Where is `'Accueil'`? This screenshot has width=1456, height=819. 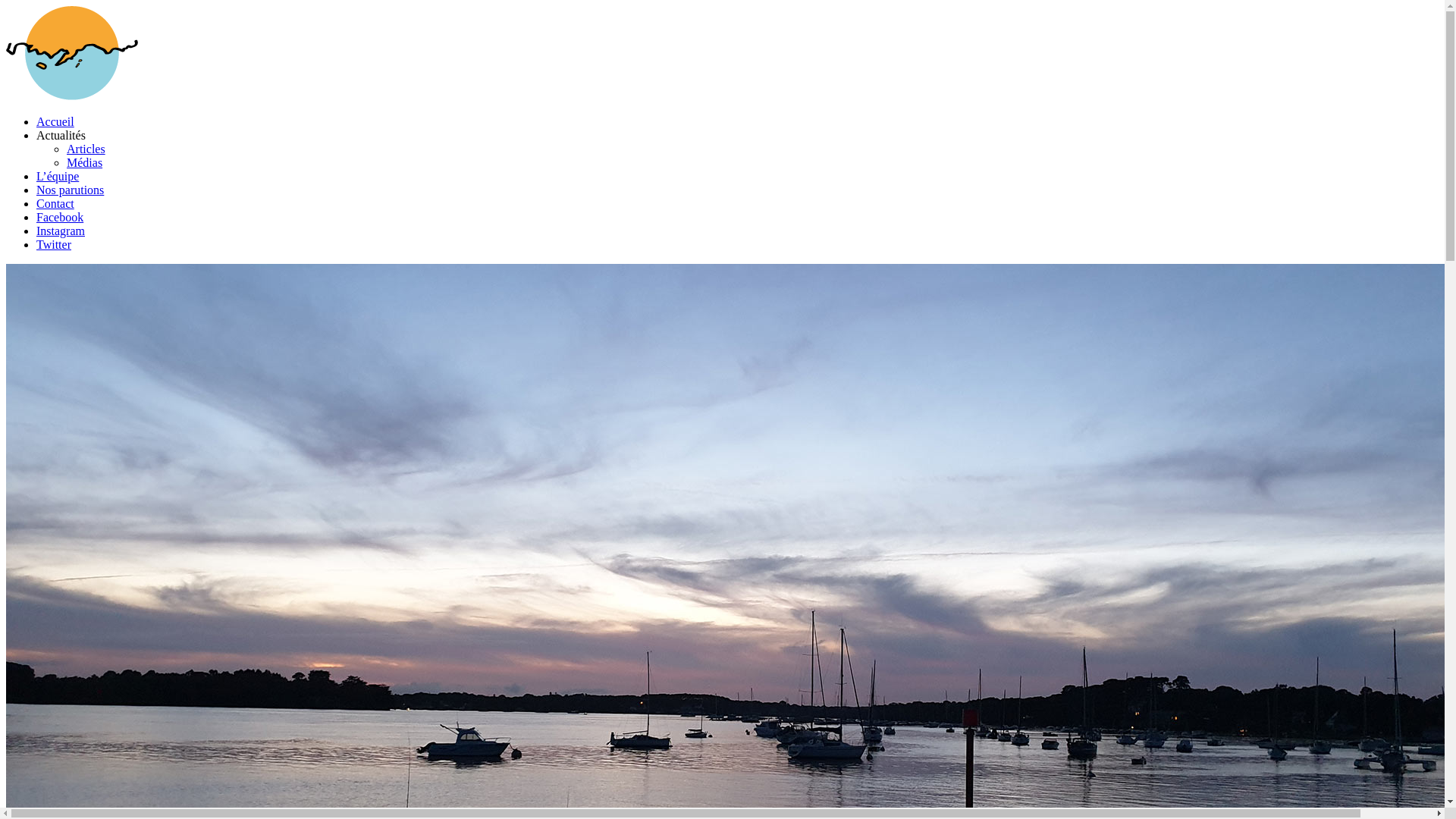
'Accueil' is located at coordinates (55, 121).